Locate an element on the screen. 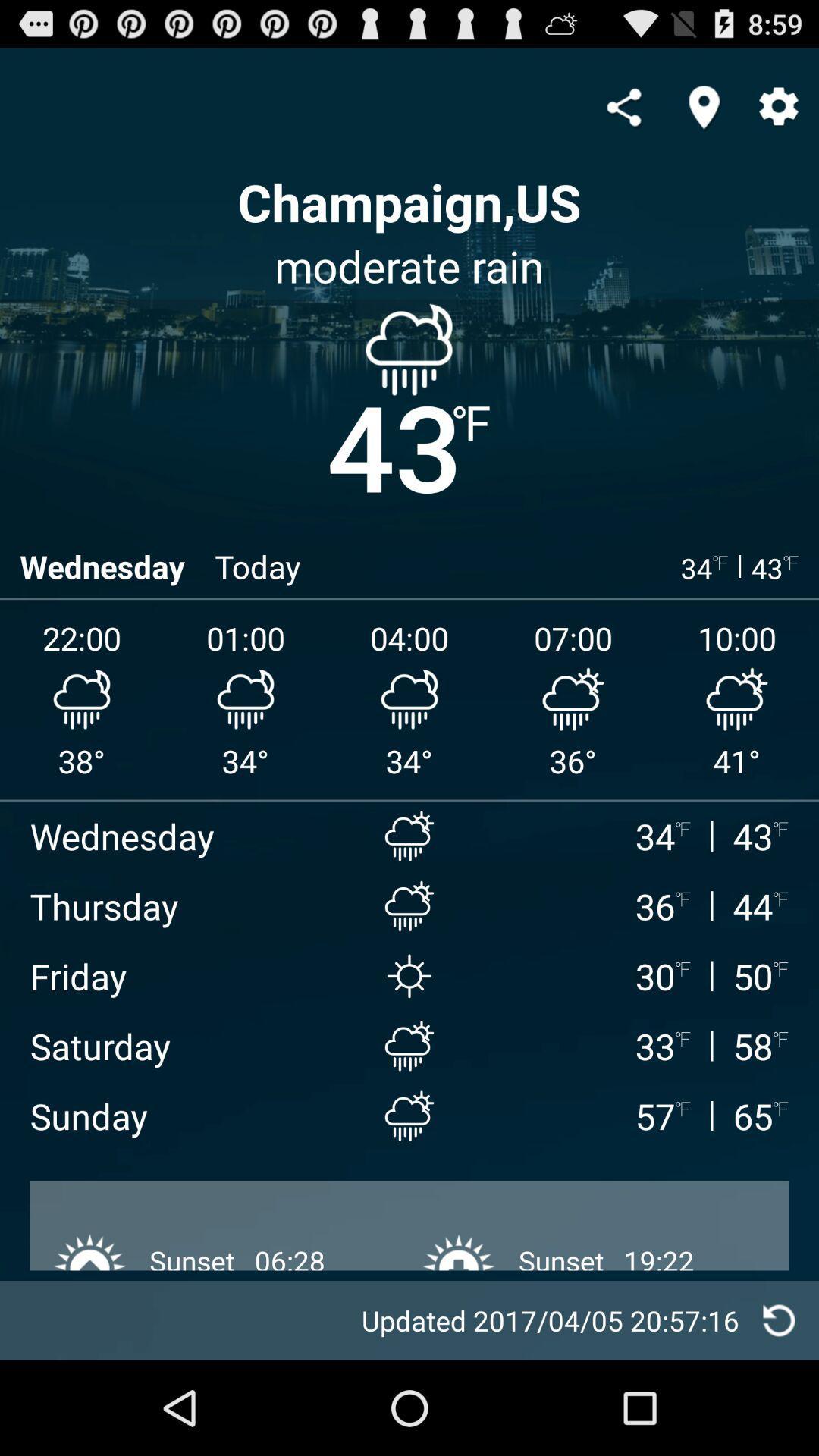  refresh weather information is located at coordinates (779, 1319).